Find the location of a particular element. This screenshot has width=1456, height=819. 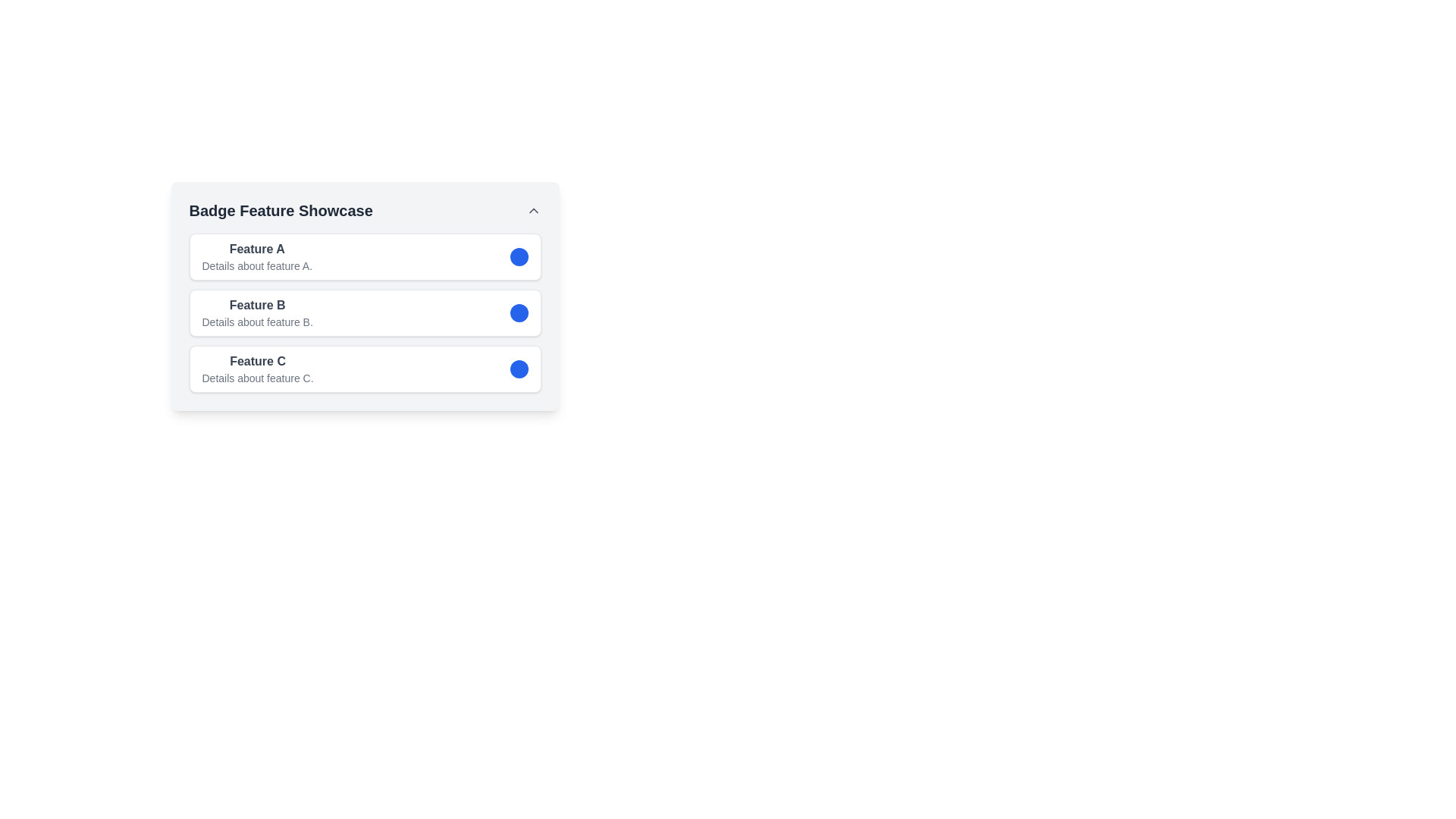

the Text block labeled 'Feature A' which includes a bold title and smaller descriptive text, positioned at the top of a vertically stacked list is located at coordinates (257, 256).